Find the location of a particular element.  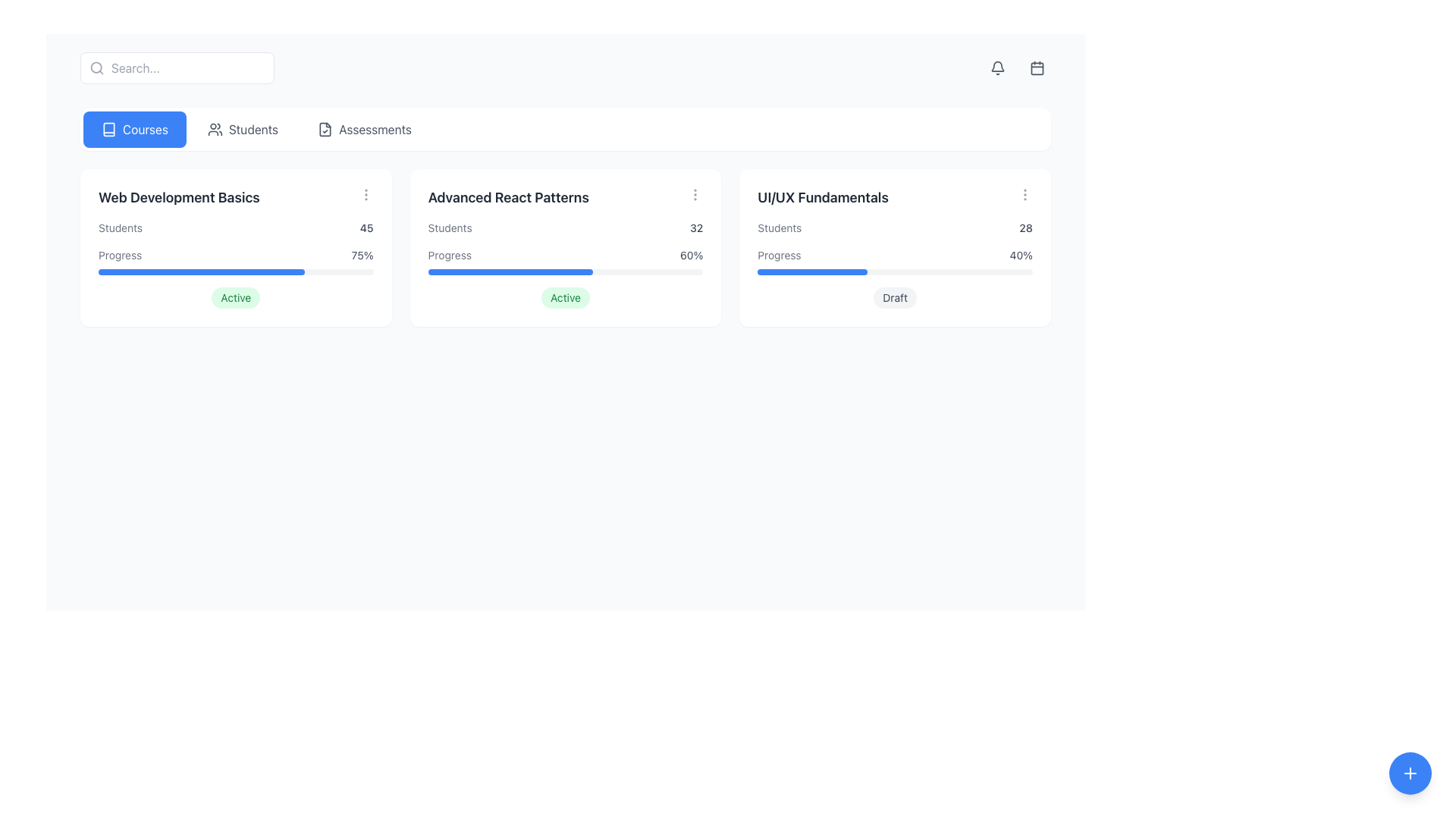

the file document icon, which is an SVG representation of a document file located in the top-right corner of the interface among a set of icons is located at coordinates (325, 128).